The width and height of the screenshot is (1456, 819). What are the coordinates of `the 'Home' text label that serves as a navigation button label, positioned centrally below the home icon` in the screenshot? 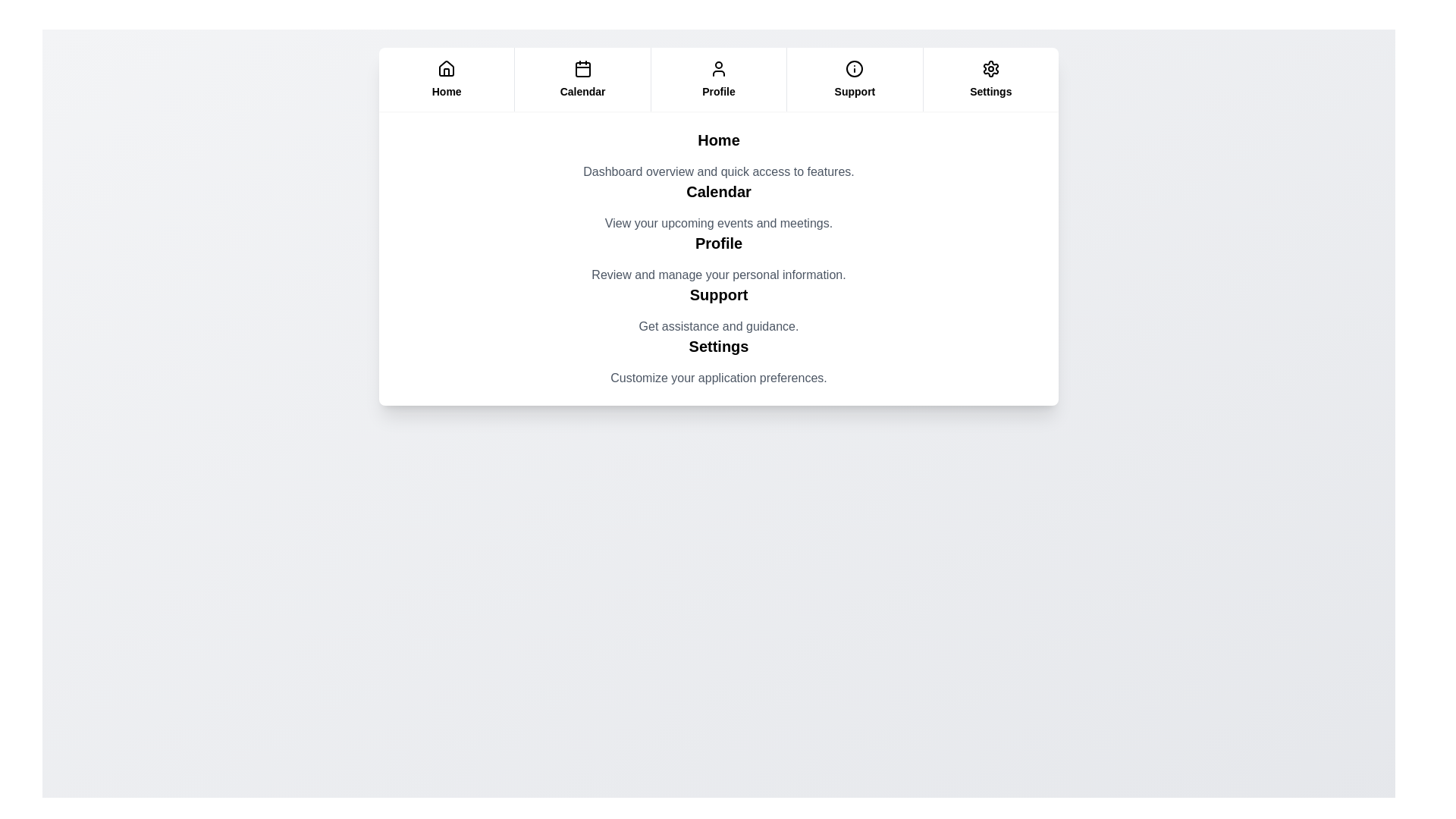 It's located at (446, 91).